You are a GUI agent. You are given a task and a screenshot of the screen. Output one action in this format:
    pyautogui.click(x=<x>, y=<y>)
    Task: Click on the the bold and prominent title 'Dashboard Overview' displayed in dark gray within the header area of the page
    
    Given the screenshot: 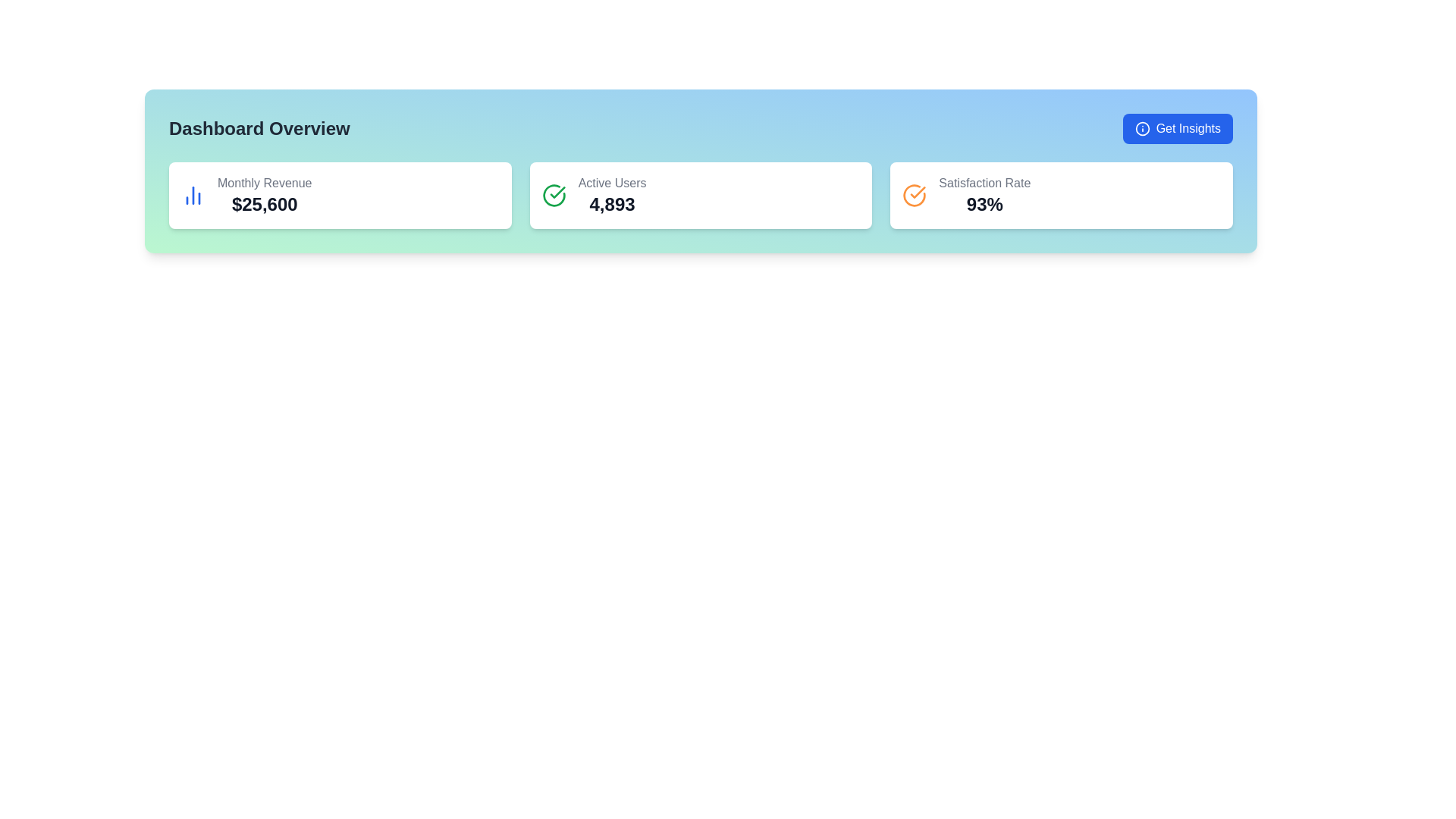 What is the action you would take?
    pyautogui.click(x=259, y=127)
    